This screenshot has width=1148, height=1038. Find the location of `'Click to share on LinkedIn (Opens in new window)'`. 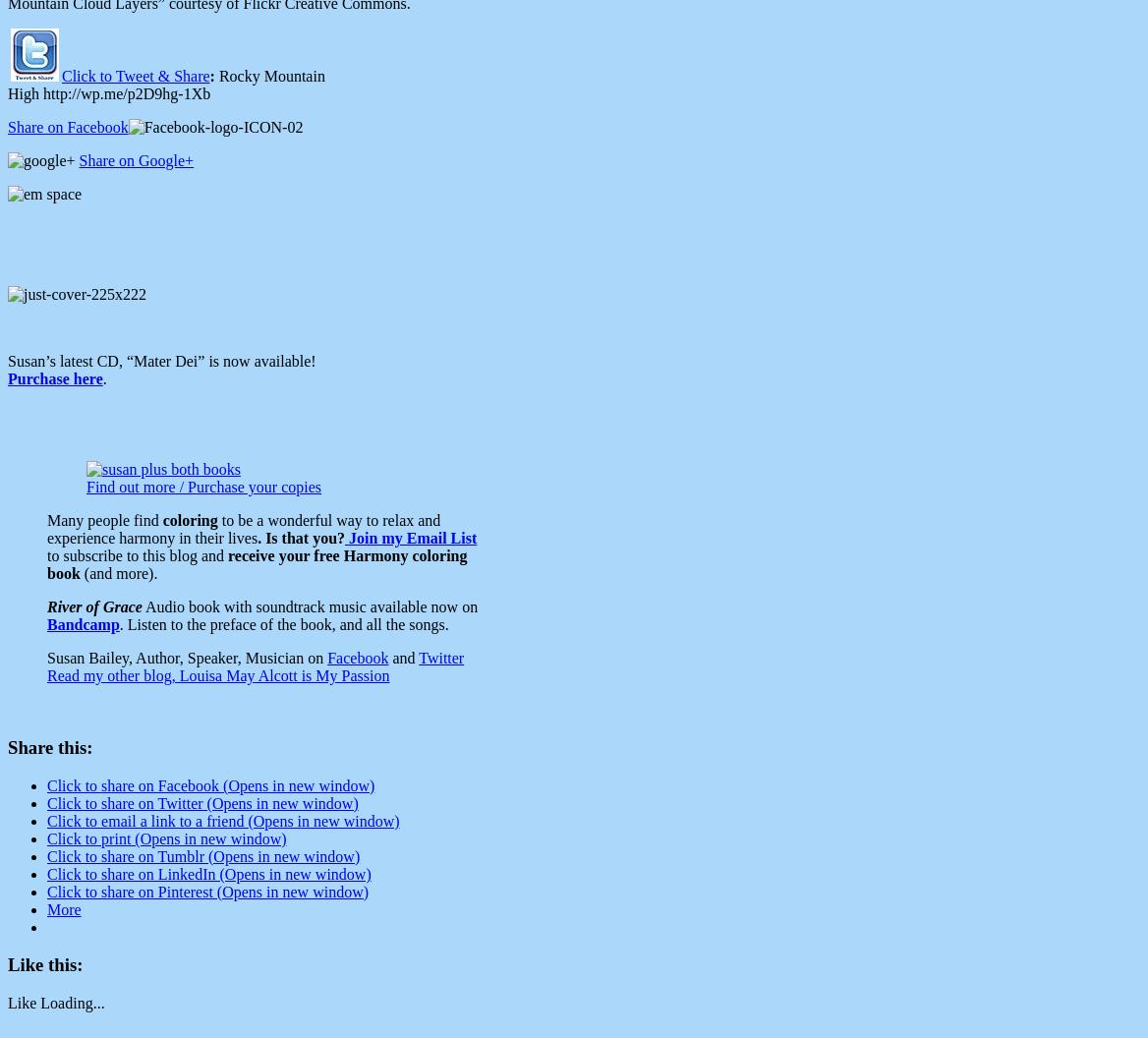

'Click to share on LinkedIn (Opens in new window)' is located at coordinates (208, 872).